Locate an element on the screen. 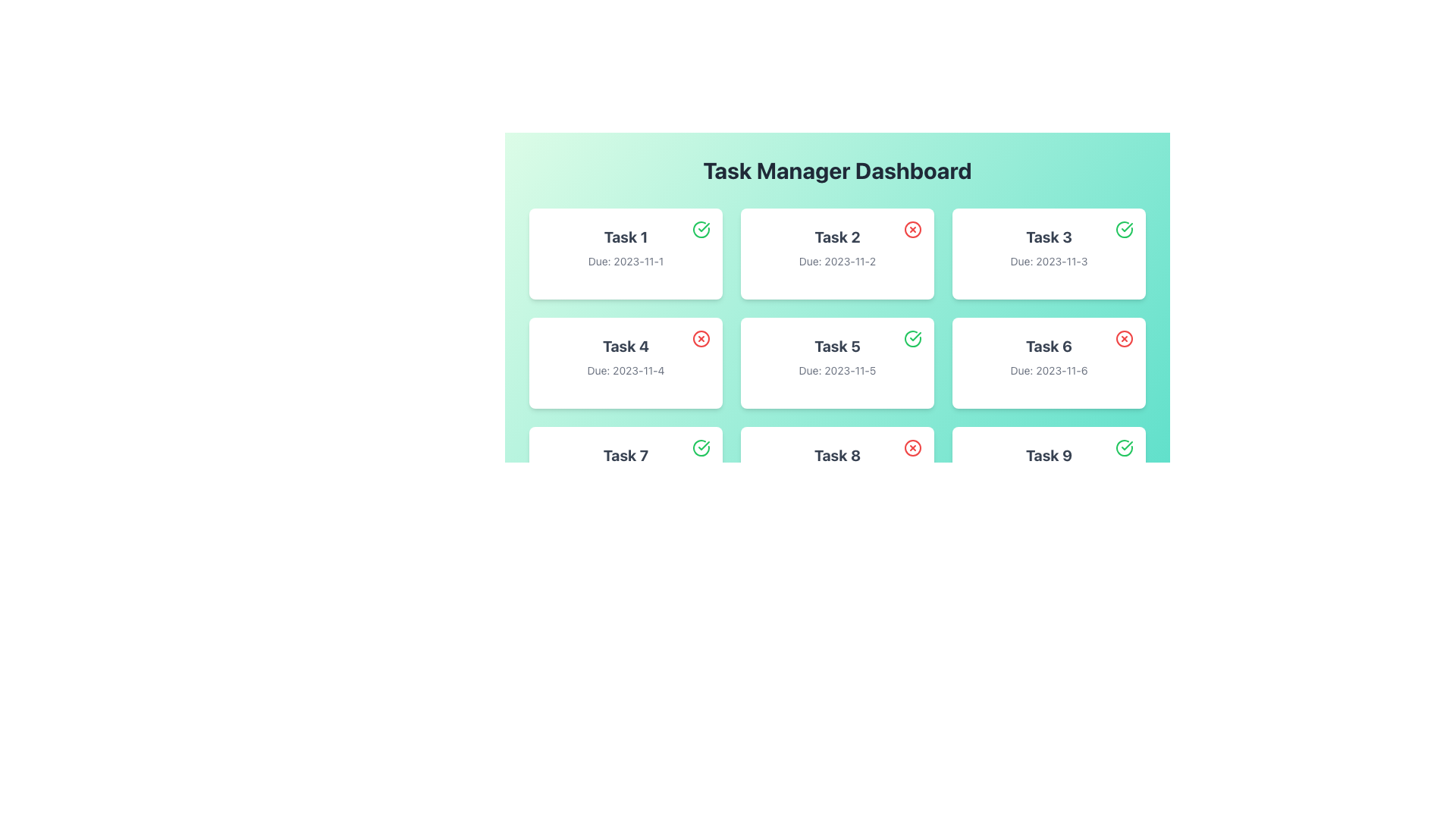  the SVG circle shape that indicates the pending status of 'Task 4' on the dashboard is located at coordinates (701, 338).